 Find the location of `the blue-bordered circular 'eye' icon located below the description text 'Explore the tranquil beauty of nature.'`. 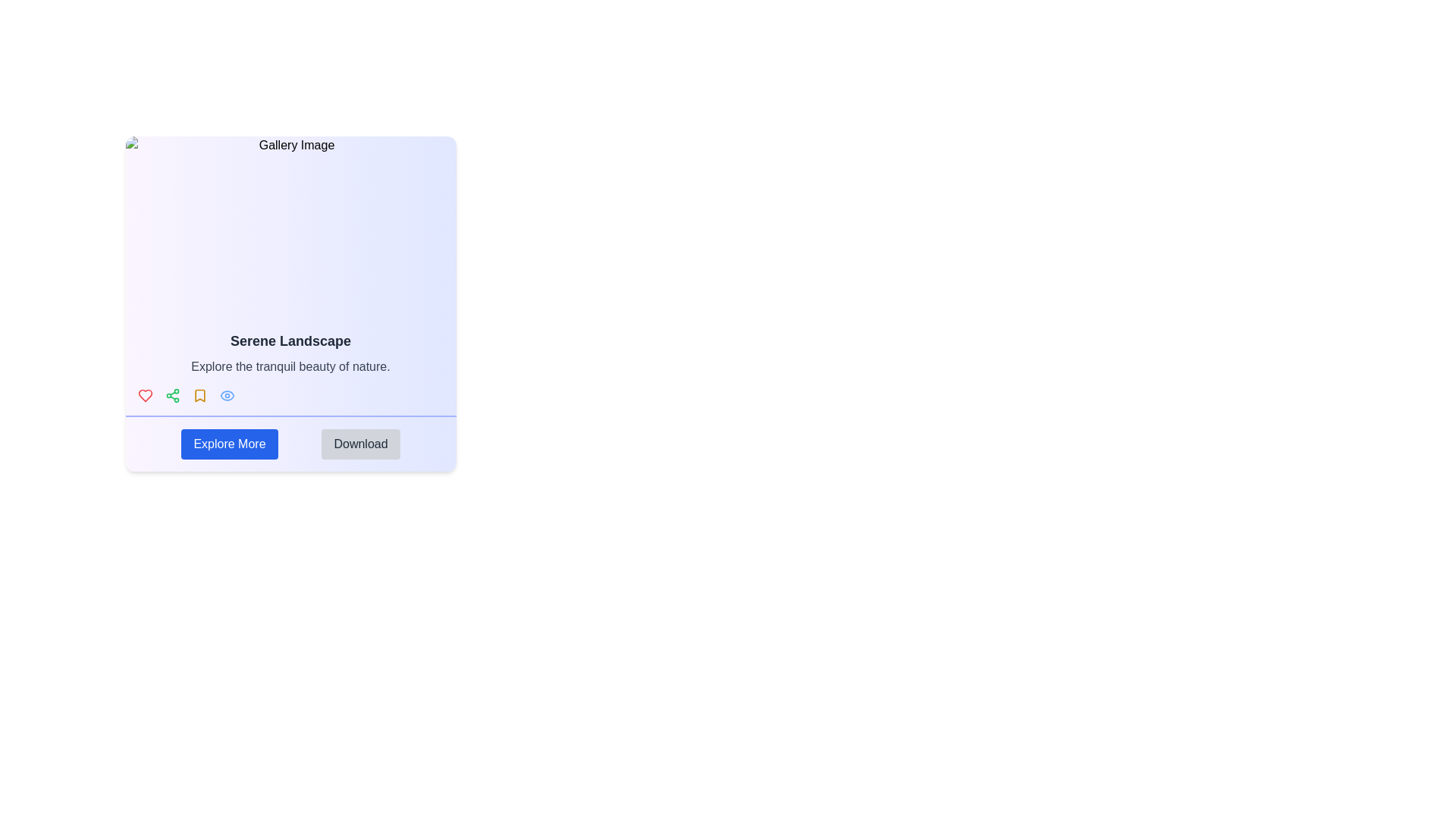

the blue-bordered circular 'eye' icon located below the description text 'Explore the tranquil beauty of nature.' is located at coordinates (226, 394).